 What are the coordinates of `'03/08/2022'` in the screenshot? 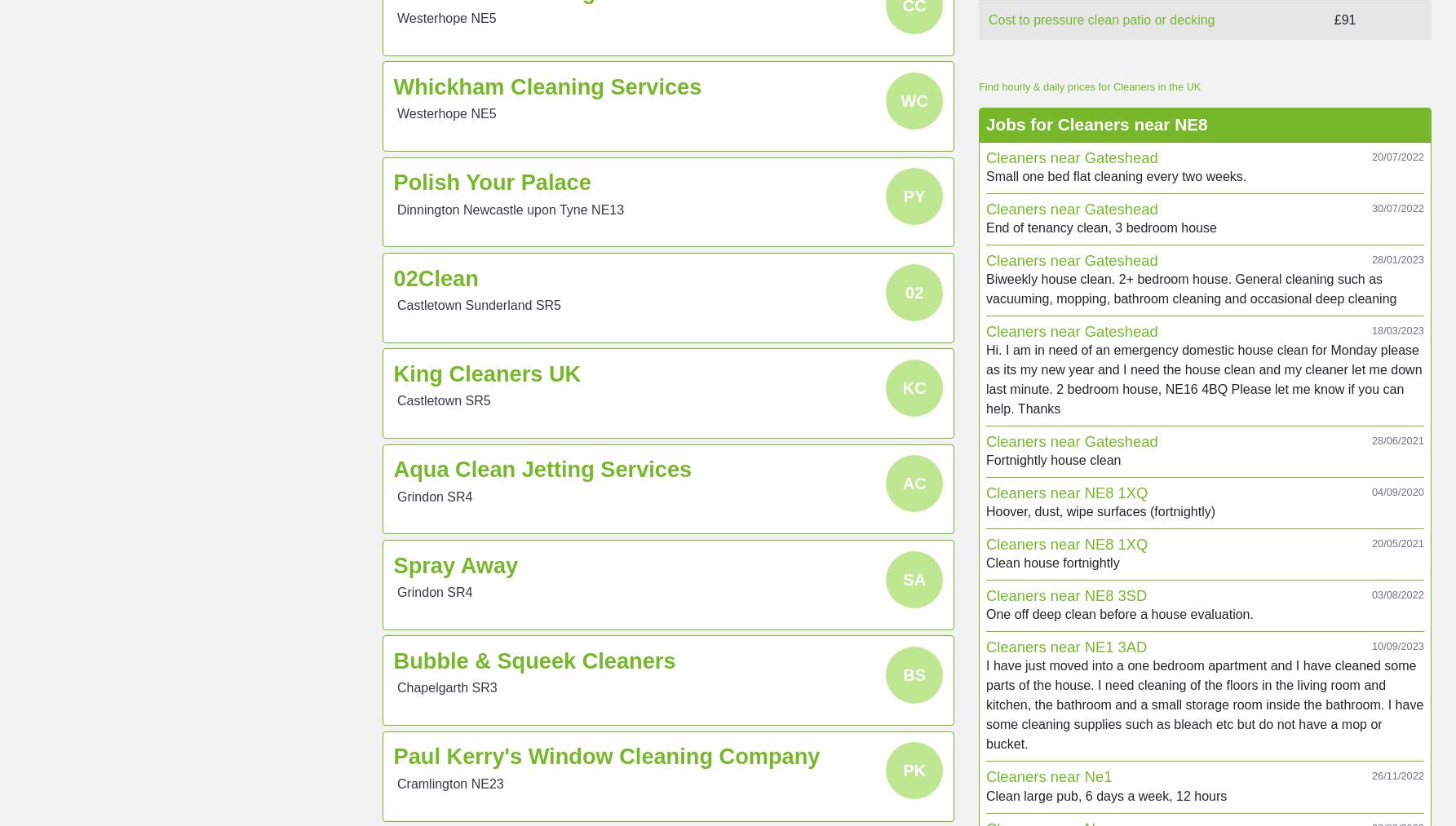 It's located at (1396, 594).